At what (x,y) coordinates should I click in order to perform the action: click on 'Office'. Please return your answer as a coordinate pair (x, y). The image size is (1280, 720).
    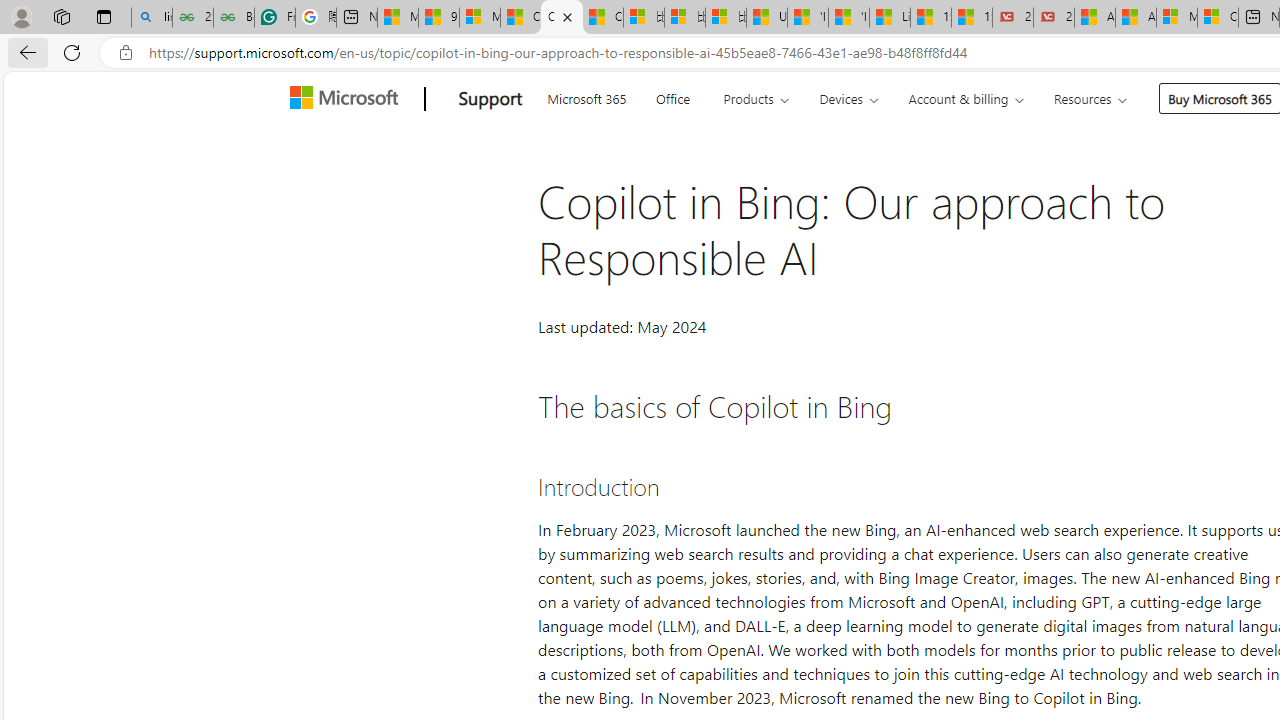
    Looking at the image, I should click on (672, 96).